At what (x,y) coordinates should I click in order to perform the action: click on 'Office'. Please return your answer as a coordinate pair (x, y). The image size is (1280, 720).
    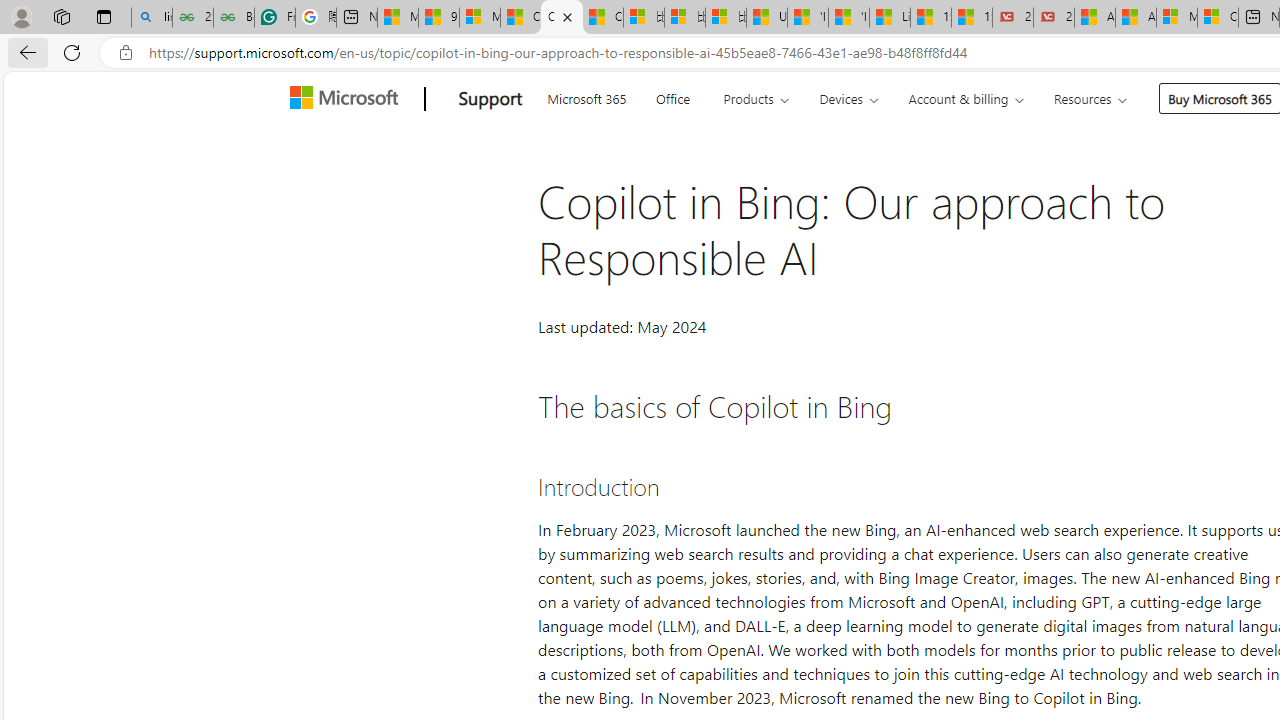
    Looking at the image, I should click on (672, 96).